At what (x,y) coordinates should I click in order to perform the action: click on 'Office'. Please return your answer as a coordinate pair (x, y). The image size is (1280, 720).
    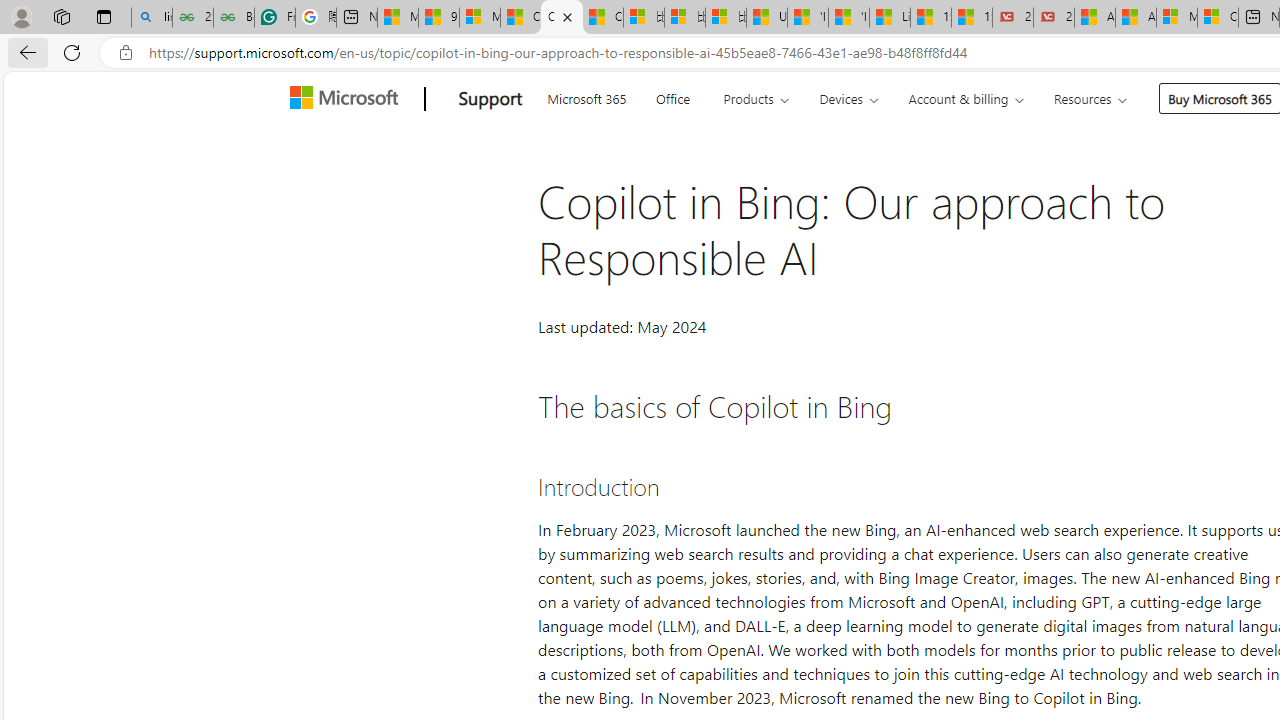
    Looking at the image, I should click on (672, 96).